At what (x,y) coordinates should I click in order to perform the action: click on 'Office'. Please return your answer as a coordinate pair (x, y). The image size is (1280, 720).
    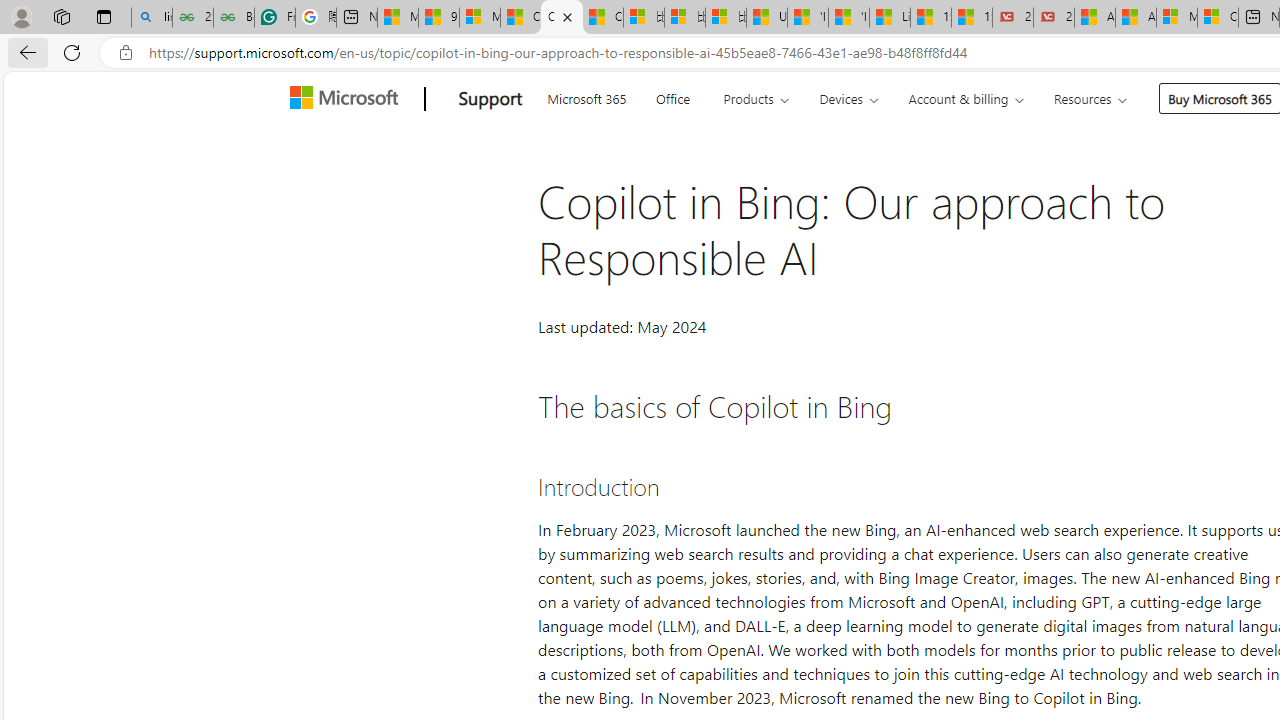
    Looking at the image, I should click on (672, 96).